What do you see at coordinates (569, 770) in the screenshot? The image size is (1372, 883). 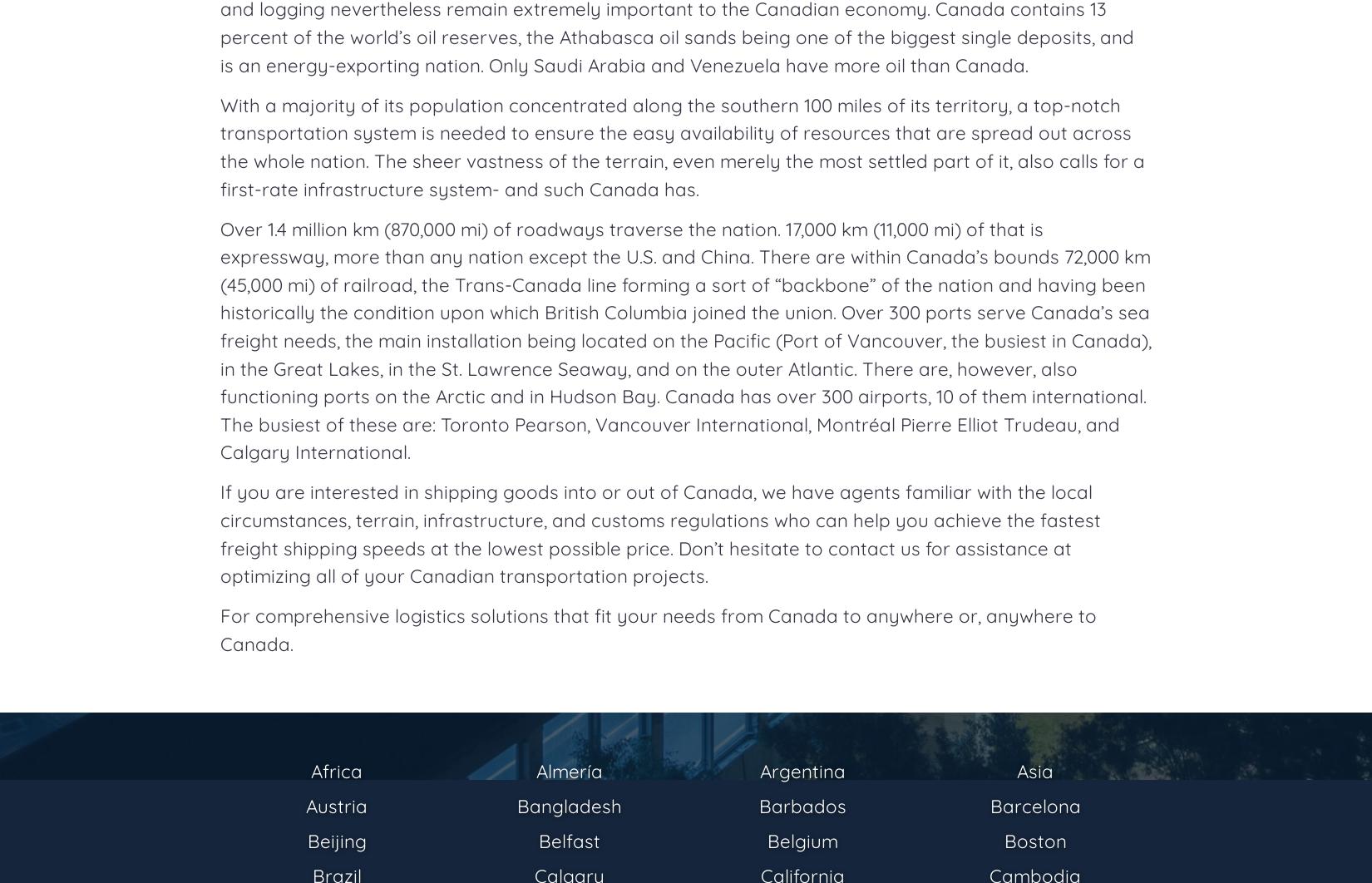 I see `'Almería'` at bounding box center [569, 770].